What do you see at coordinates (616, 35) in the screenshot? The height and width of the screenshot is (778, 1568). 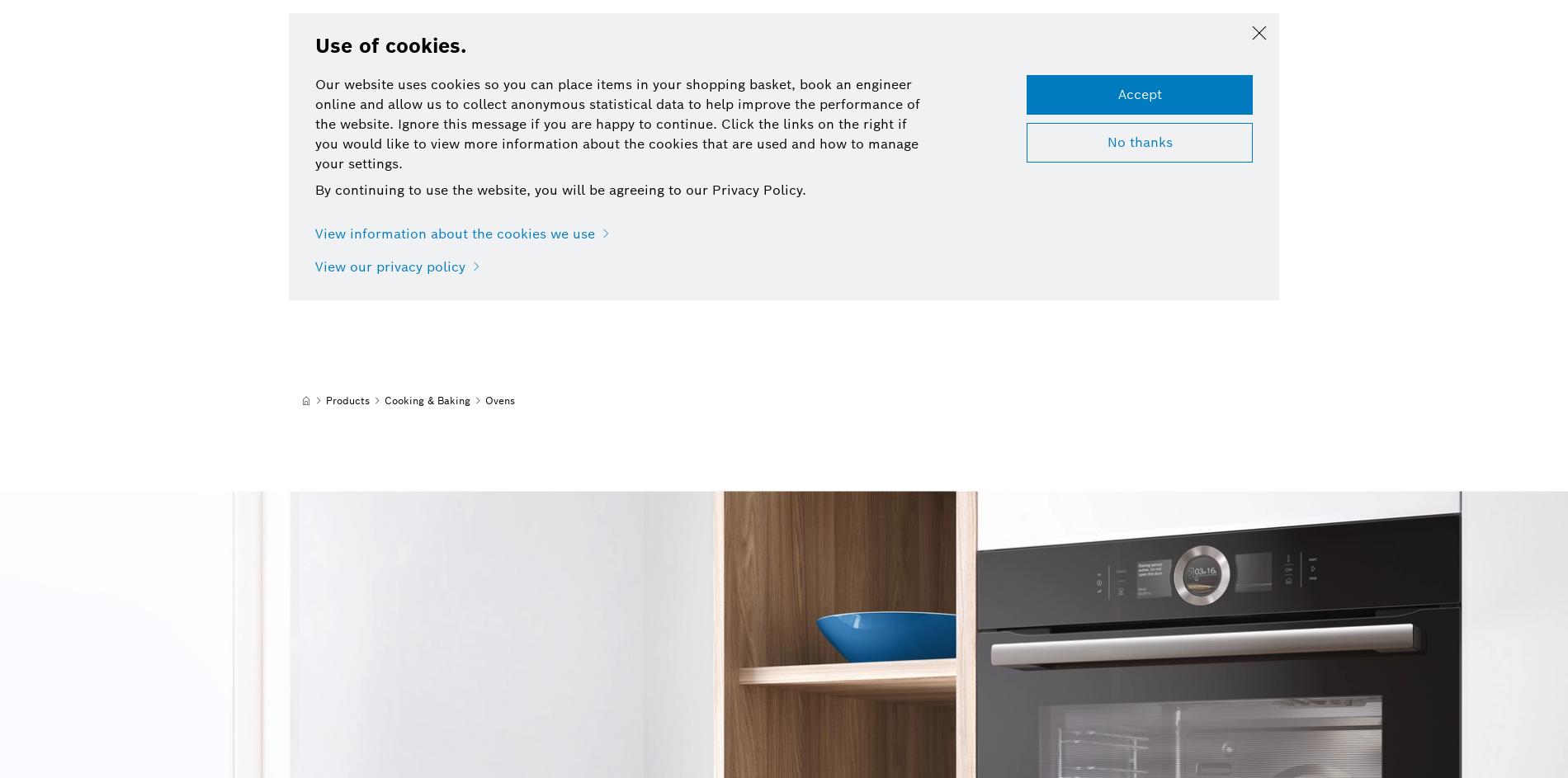 I see `'Service'` at bounding box center [616, 35].